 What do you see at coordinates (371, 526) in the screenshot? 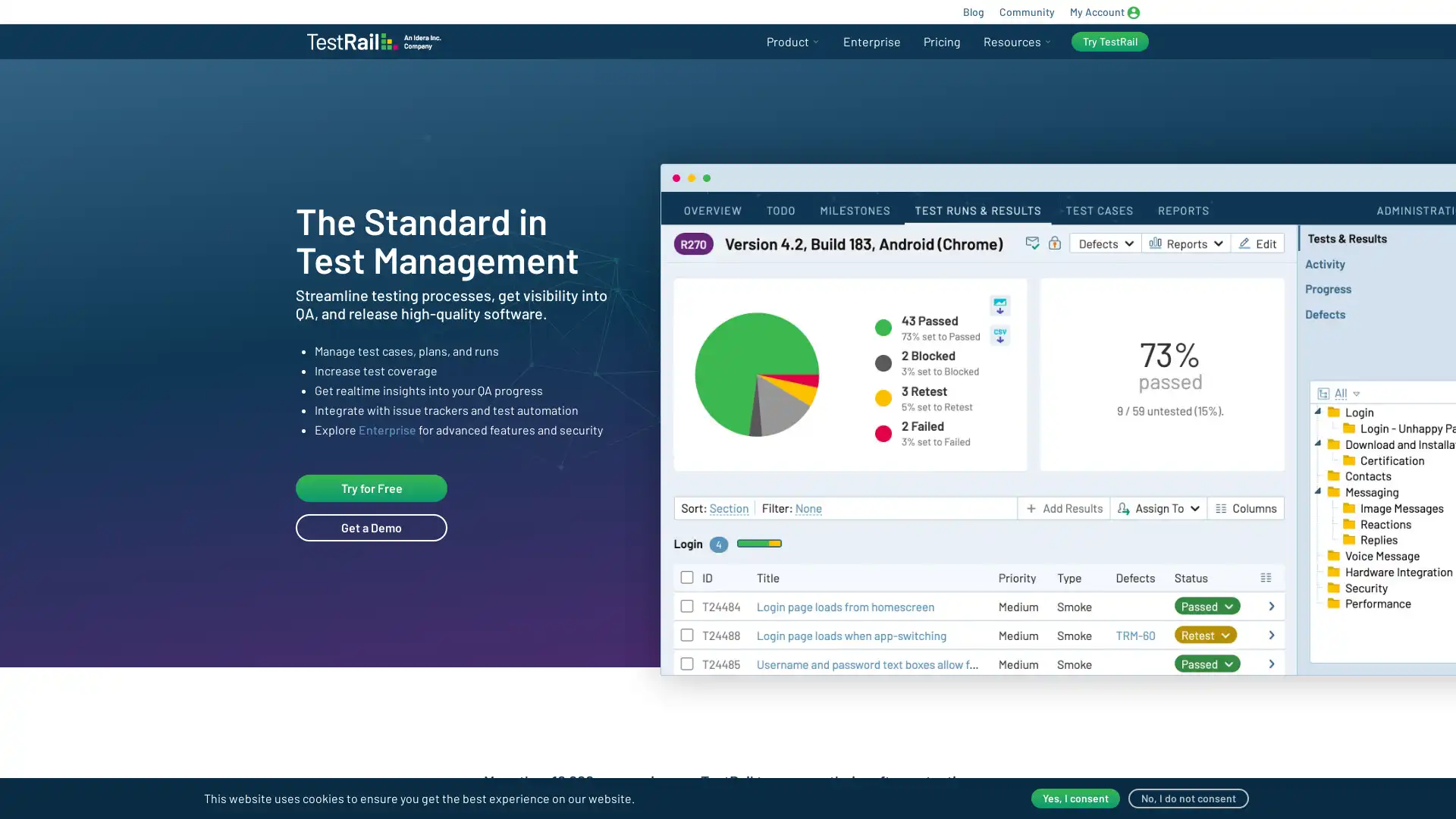
I see `Get a Demo` at bounding box center [371, 526].